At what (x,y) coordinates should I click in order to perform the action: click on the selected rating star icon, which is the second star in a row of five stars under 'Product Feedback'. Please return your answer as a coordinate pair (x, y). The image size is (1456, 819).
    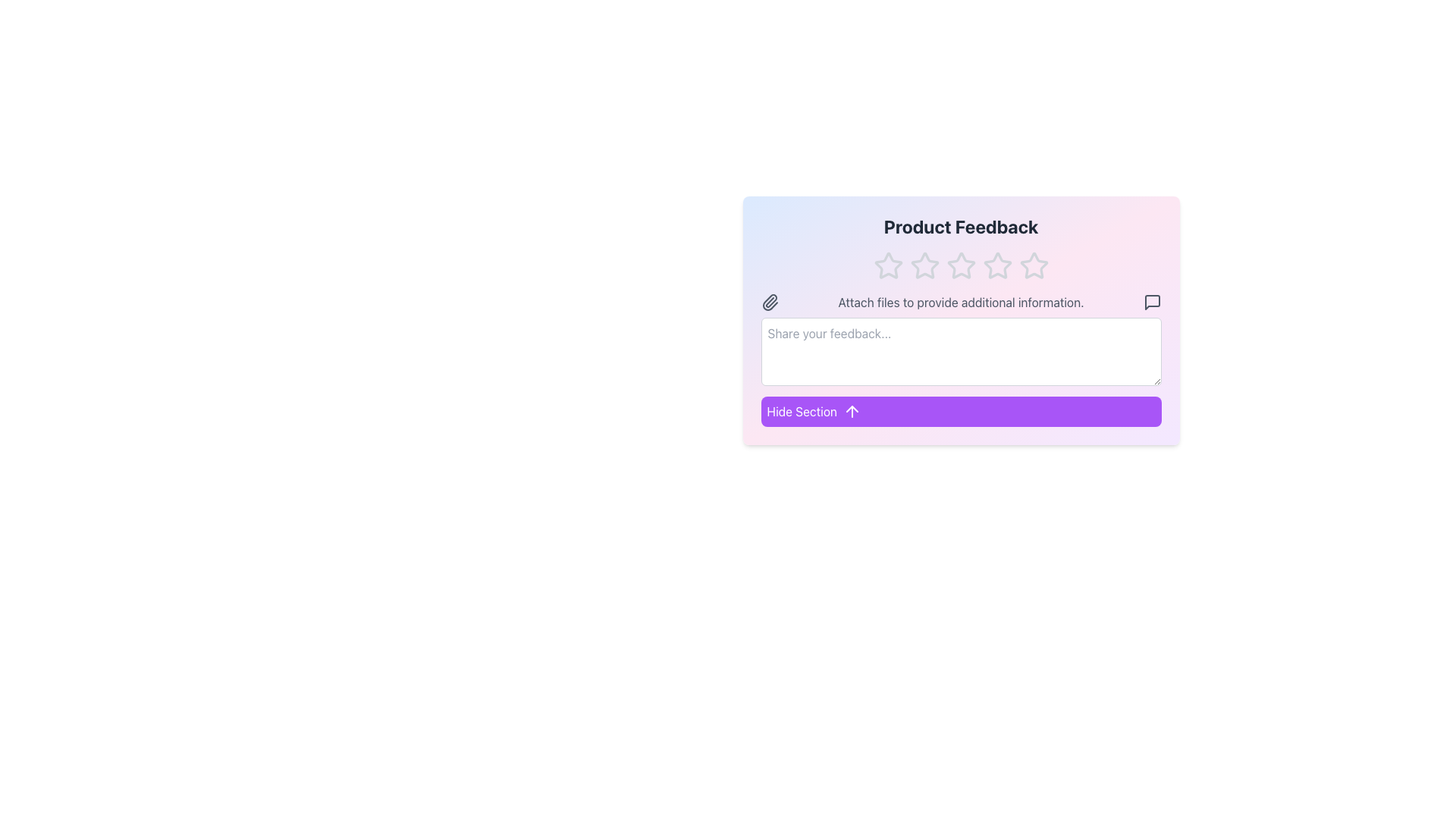
    Looking at the image, I should click on (924, 265).